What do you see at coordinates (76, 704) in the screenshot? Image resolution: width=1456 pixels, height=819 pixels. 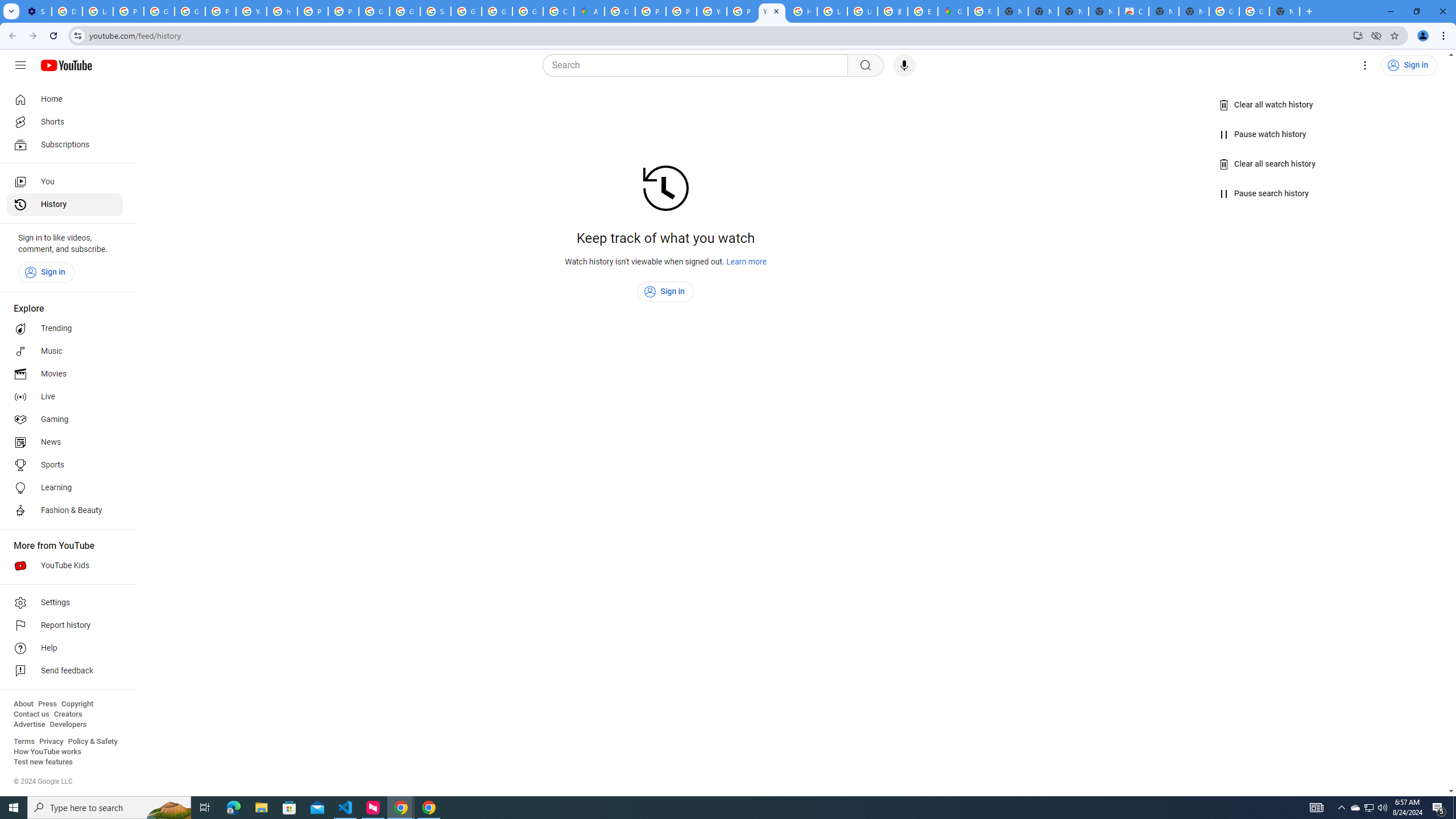 I see `'Copyright'` at bounding box center [76, 704].